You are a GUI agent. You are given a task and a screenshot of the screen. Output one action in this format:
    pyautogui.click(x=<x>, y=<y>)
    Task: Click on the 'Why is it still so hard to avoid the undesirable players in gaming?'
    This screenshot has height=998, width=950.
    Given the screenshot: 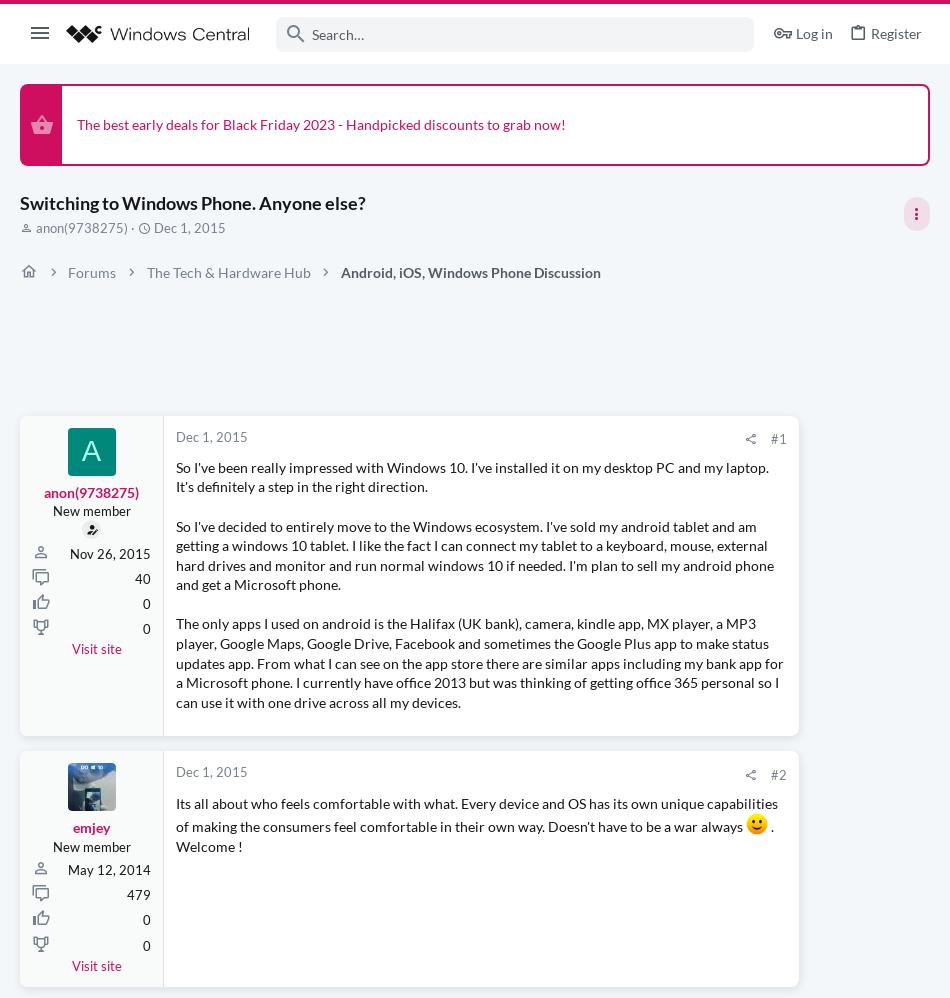 What is the action you would take?
    pyautogui.click(x=767, y=476)
    